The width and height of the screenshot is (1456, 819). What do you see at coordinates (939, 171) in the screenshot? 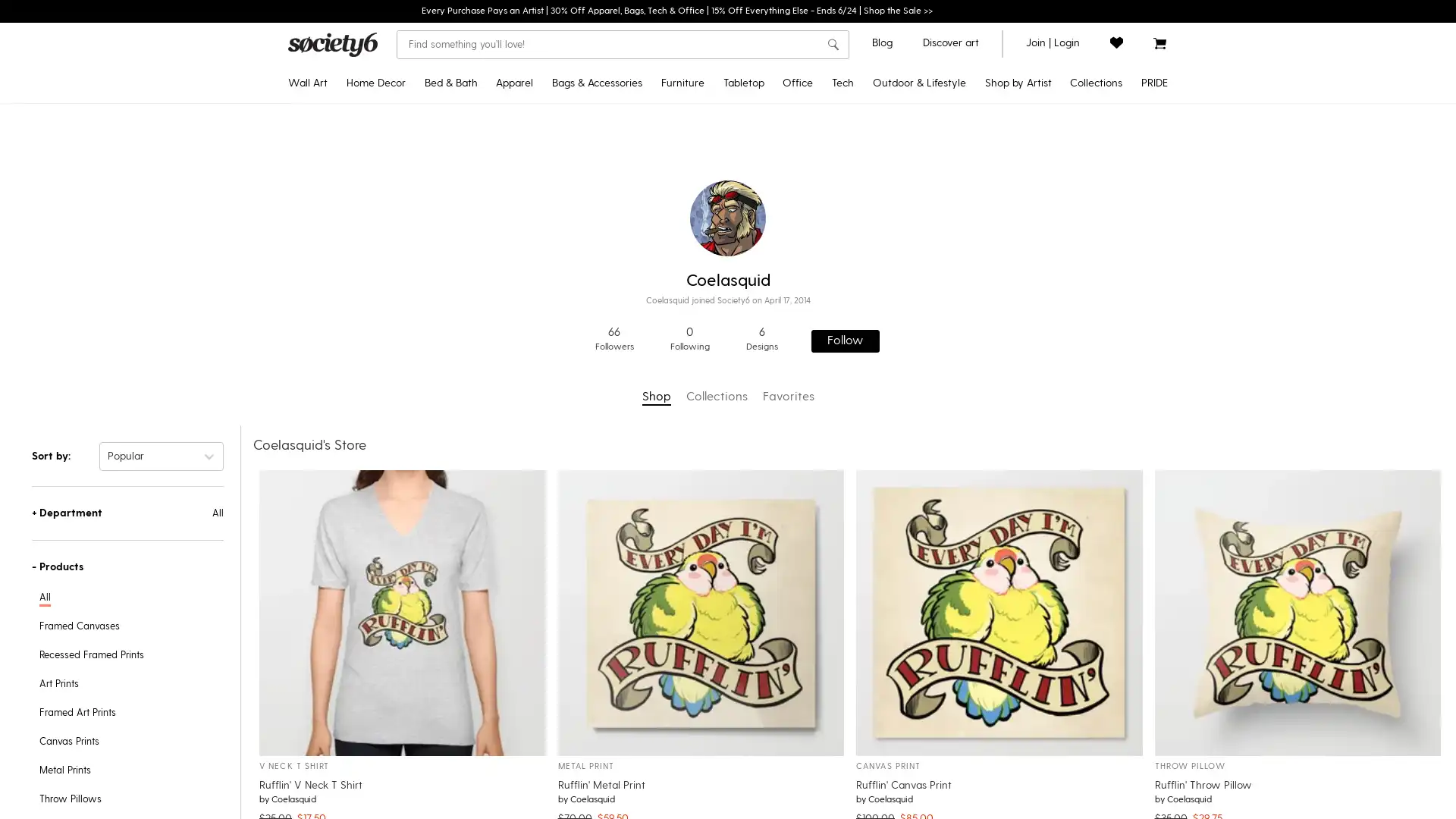
I see `Yoga Towels` at bounding box center [939, 171].